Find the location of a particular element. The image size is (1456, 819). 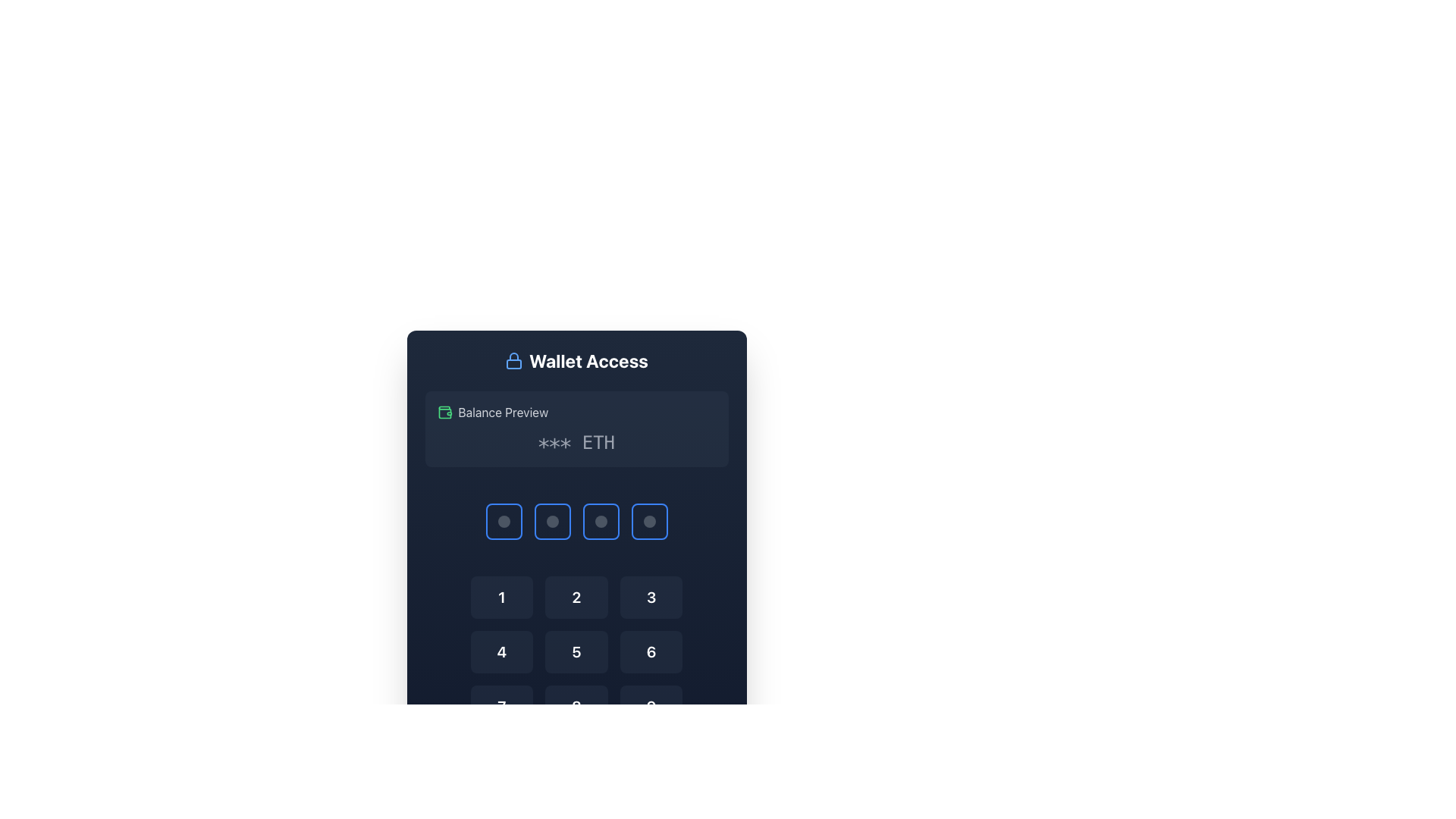

the blue outlined lock icon located to the left of the 'Wallet Access' text to potentially display a tooltip is located at coordinates (514, 360).